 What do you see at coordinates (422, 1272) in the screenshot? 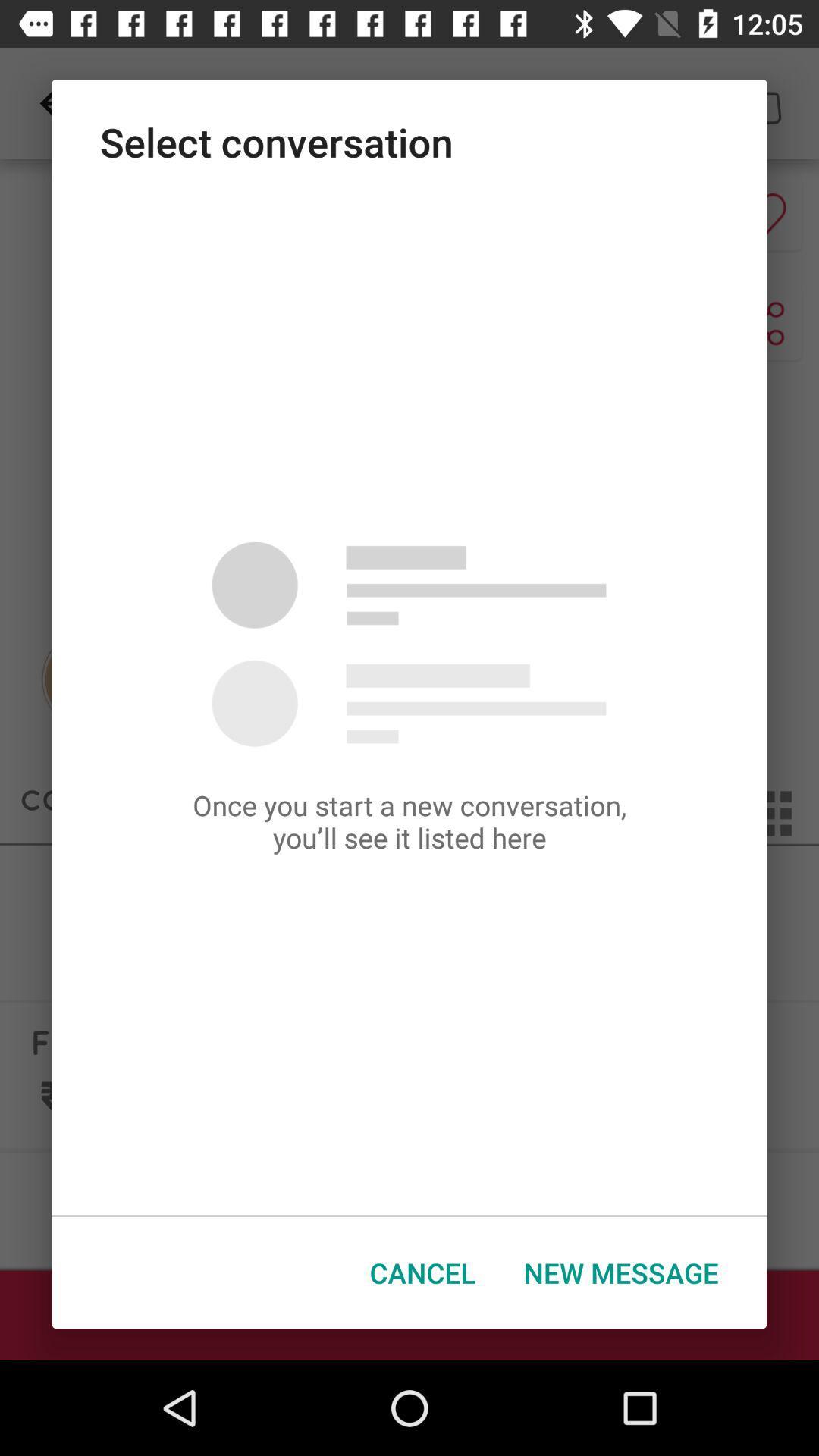
I see `the cancel button` at bounding box center [422, 1272].